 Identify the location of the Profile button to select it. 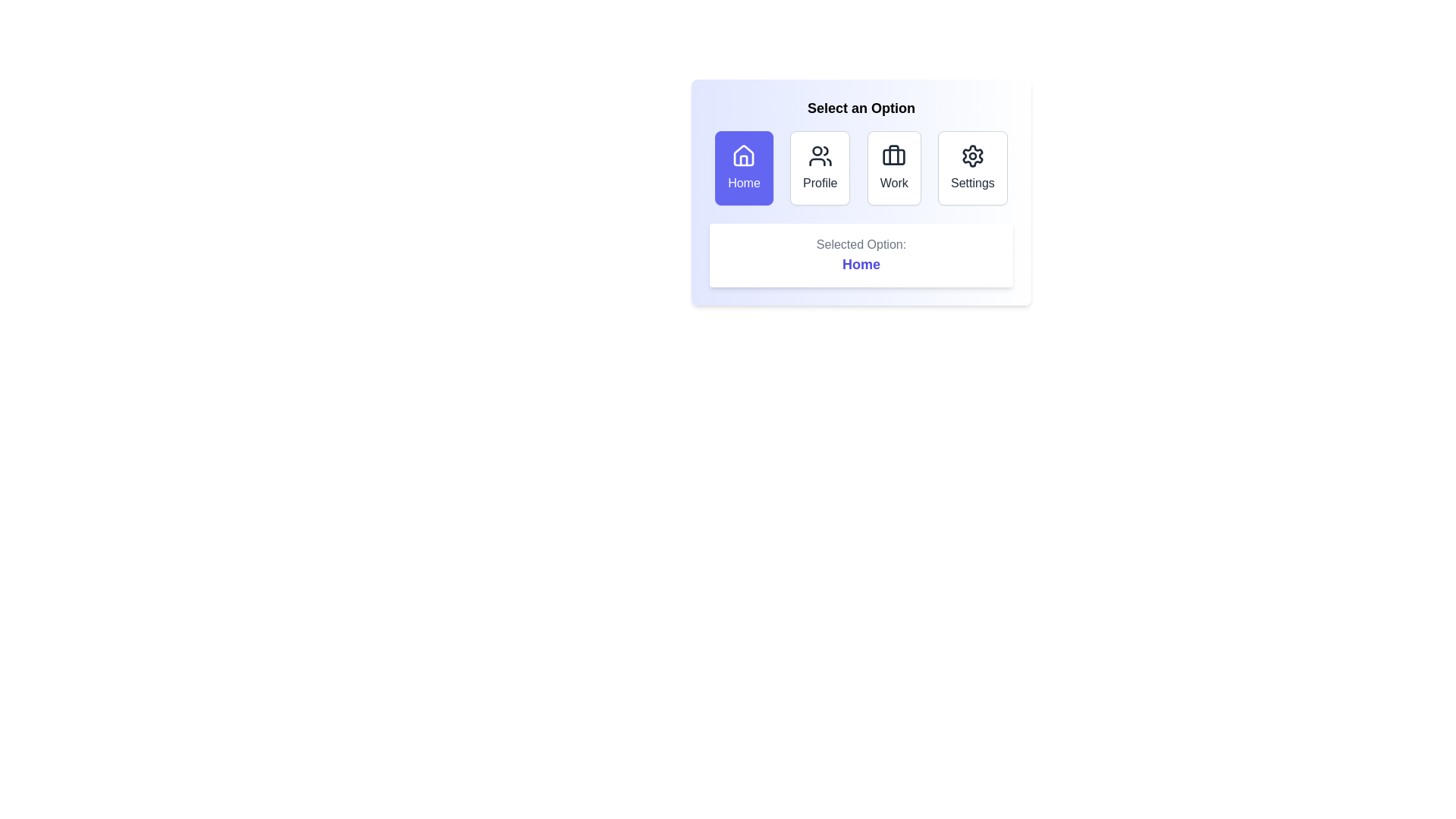
(819, 168).